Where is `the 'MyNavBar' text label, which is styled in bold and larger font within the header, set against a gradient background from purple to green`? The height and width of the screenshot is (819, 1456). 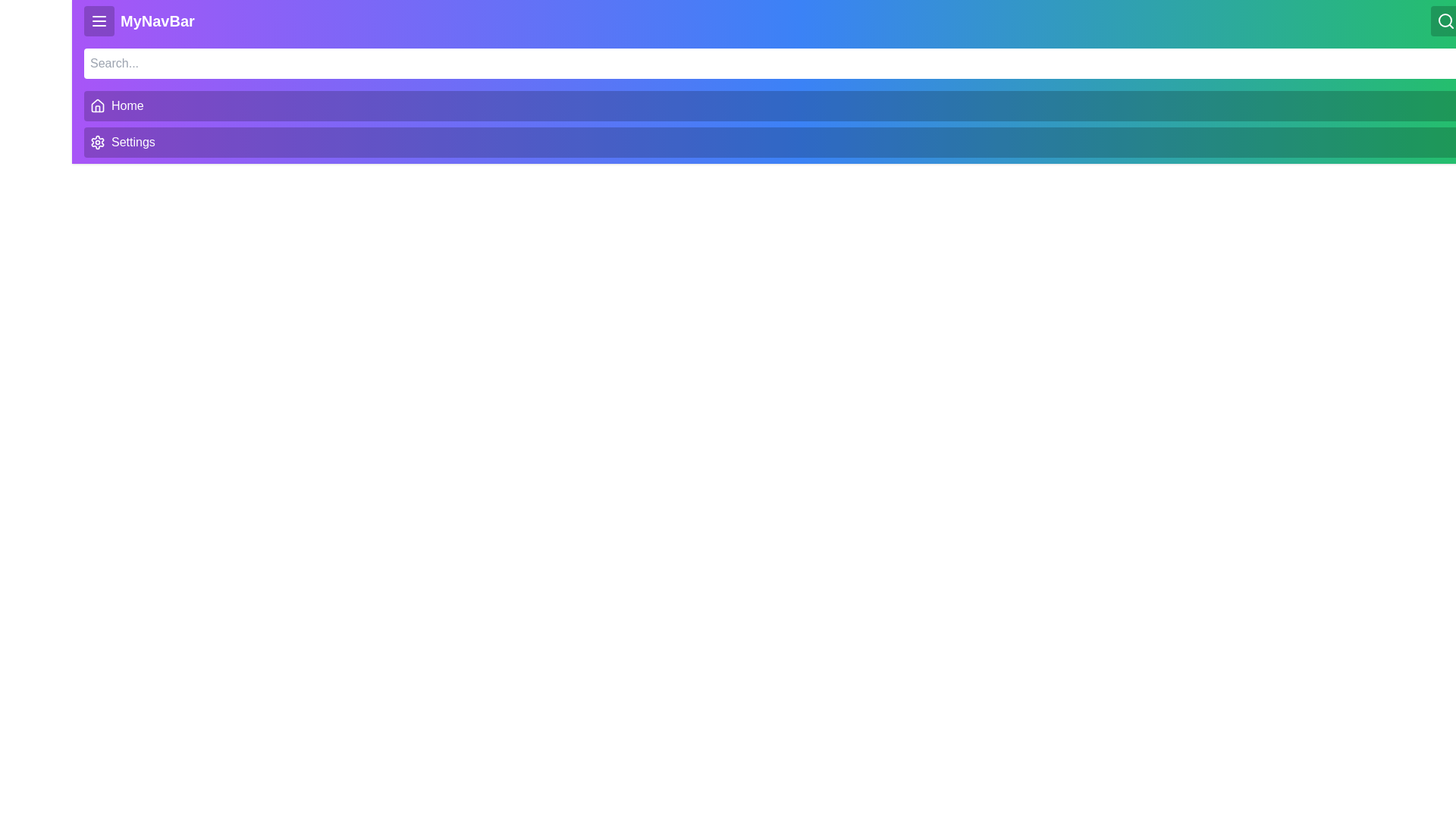
the 'MyNavBar' text label, which is styled in bold and larger font within the header, set against a gradient background from purple to green is located at coordinates (157, 20).